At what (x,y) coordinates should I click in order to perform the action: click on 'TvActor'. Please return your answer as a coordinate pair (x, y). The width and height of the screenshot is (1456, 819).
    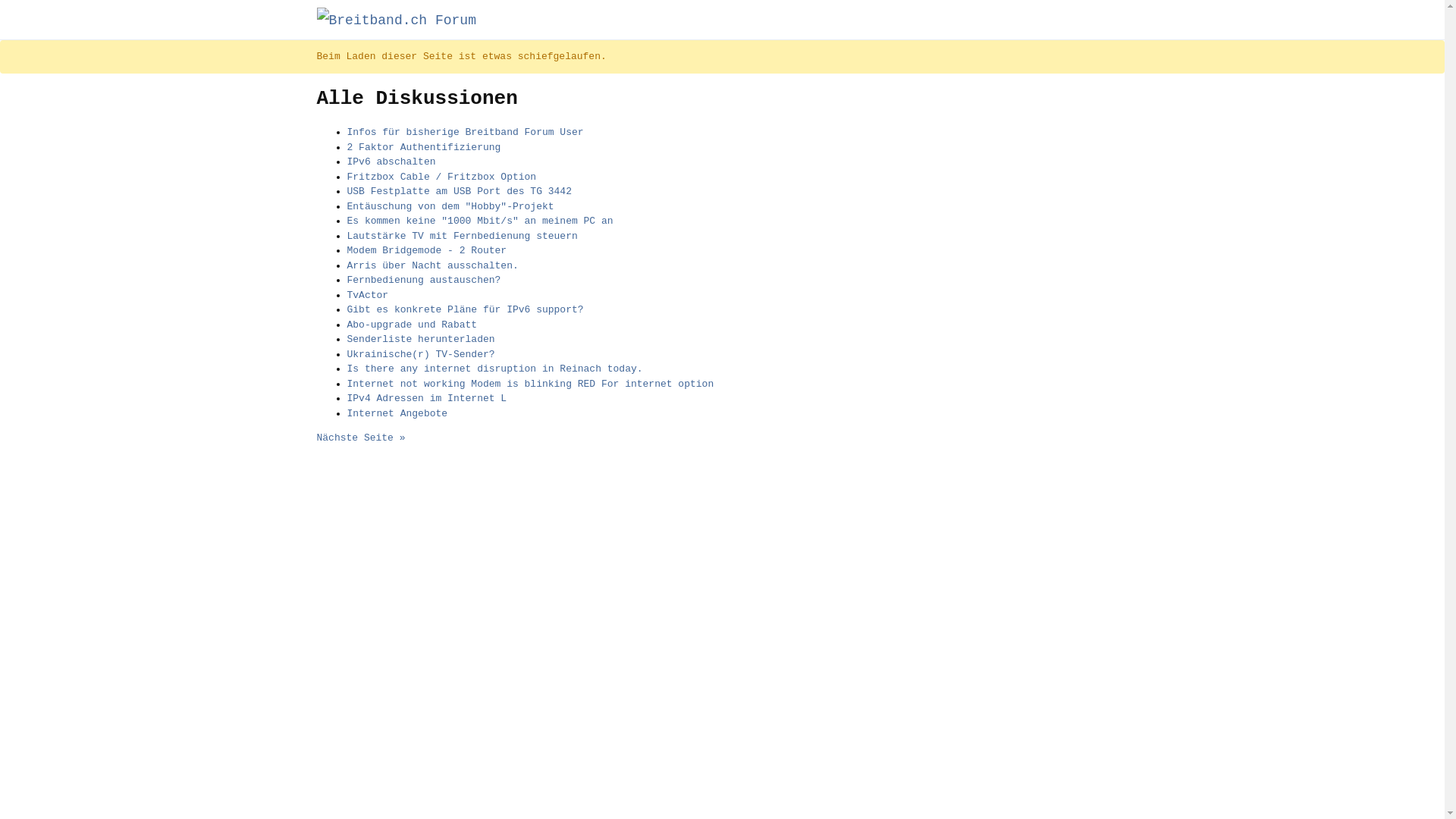
    Looking at the image, I should click on (368, 295).